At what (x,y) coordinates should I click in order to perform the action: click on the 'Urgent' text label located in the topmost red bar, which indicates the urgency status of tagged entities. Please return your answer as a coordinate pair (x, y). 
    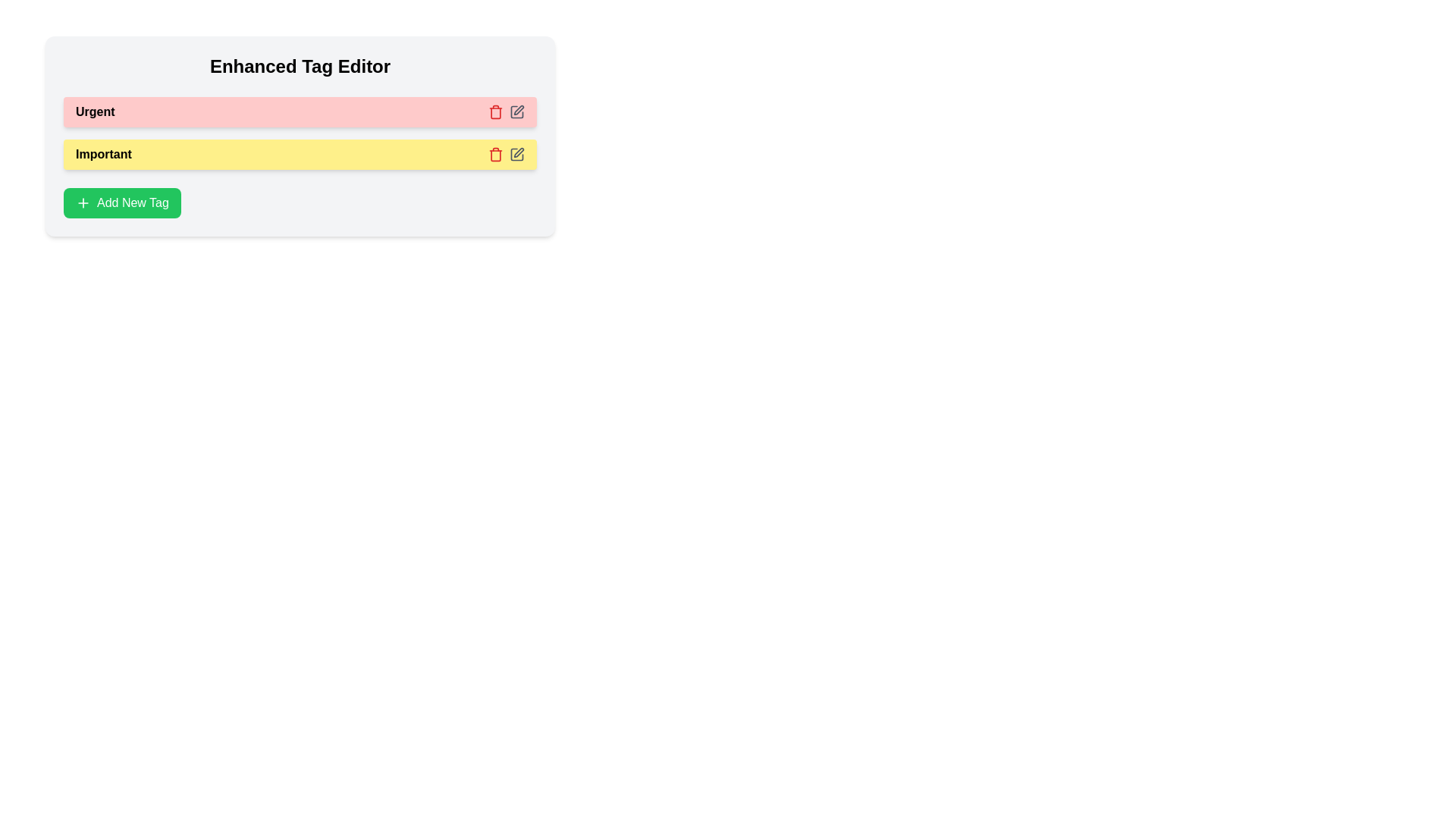
    Looking at the image, I should click on (94, 111).